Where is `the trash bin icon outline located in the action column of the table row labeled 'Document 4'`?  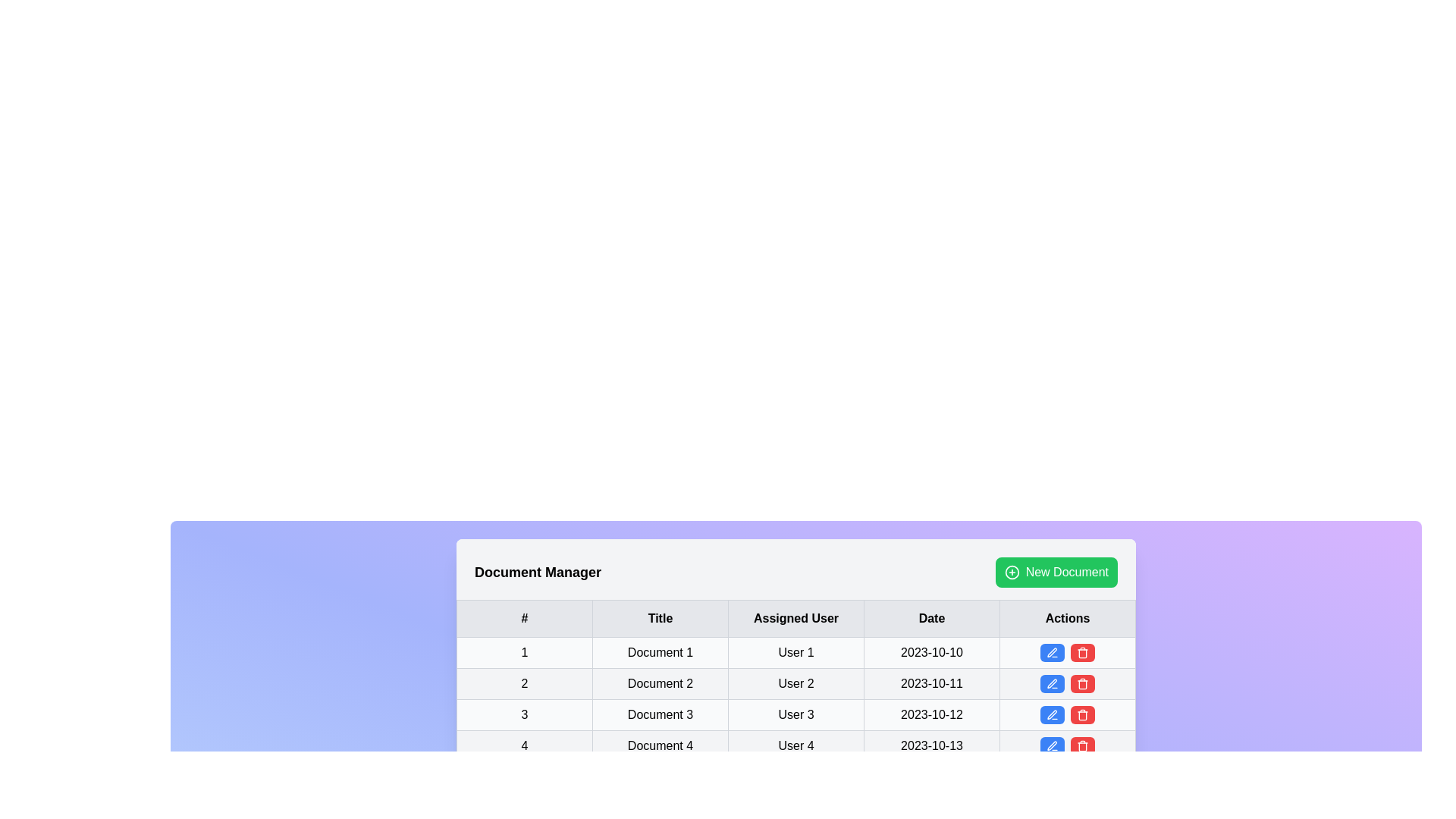 the trash bin icon outline located in the action column of the table row labeled 'Document 4' is located at coordinates (1082, 745).